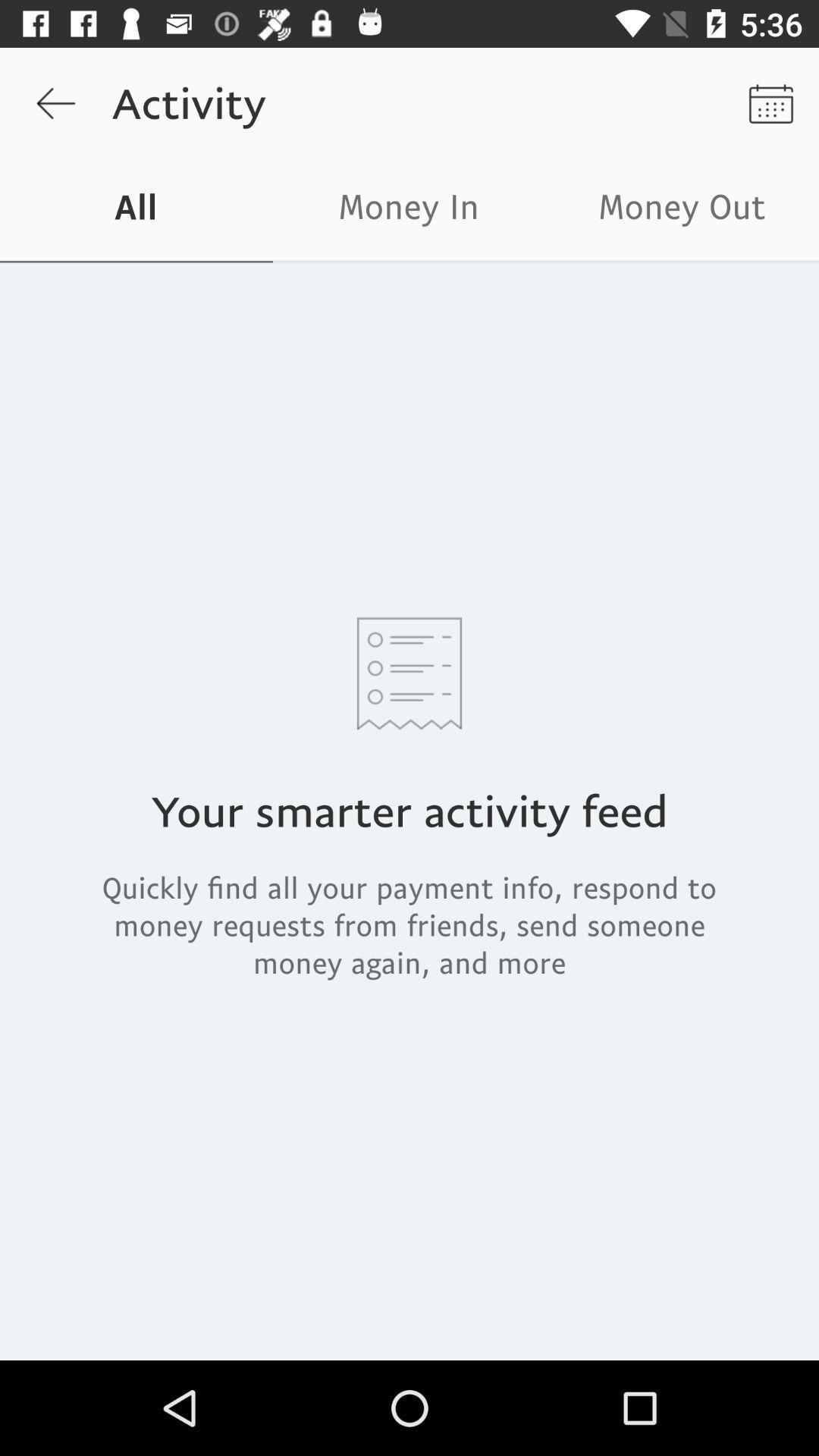  I want to click on the icon to the right of all, so click(409, 210).